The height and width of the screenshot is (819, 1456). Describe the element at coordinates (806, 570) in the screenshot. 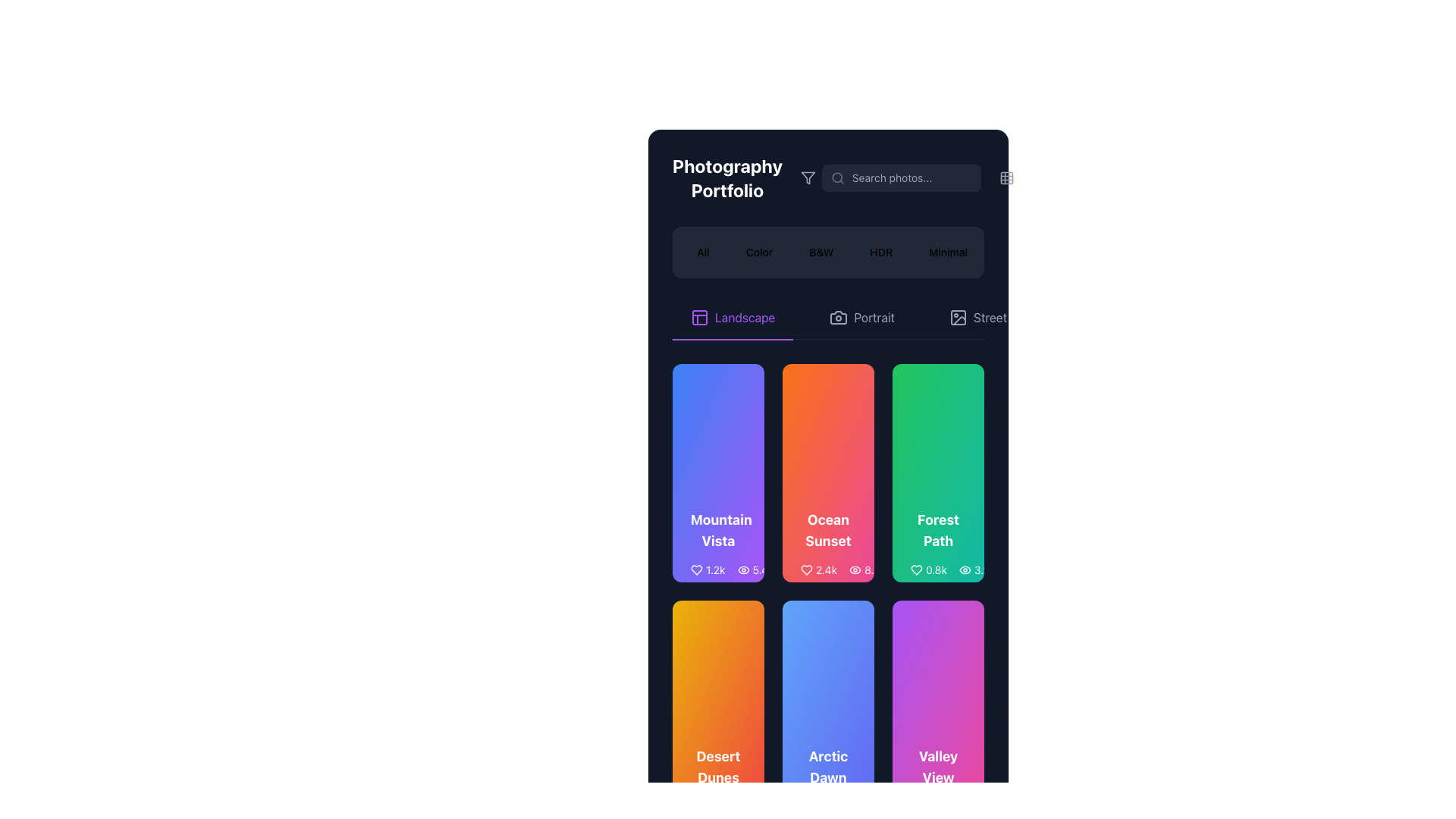

I see `the heart-shaped icon representing 'like' or 'favorite' action located at the bottom segment of the 'Ocean Sunset' card` at that location.